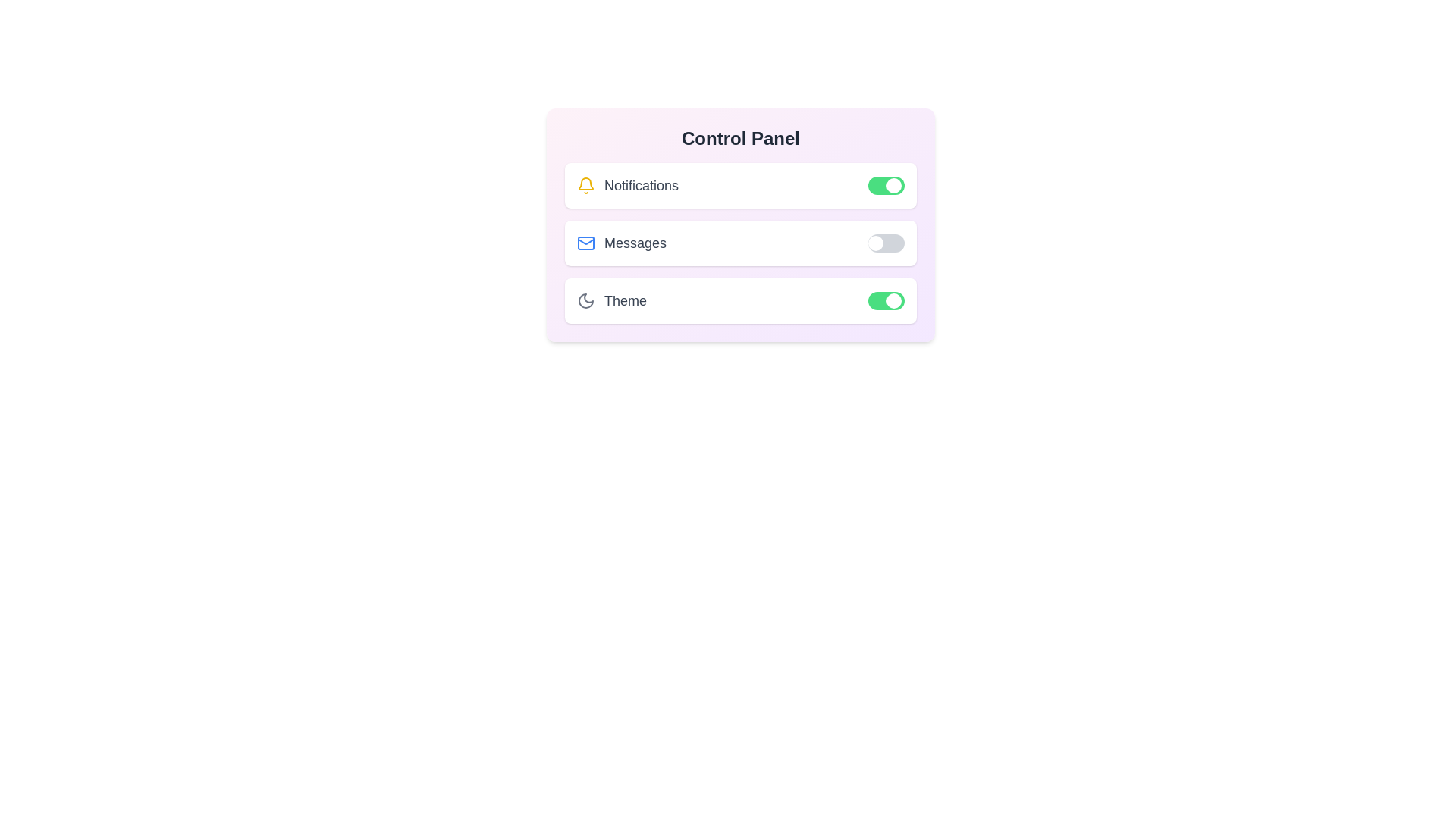 The image size is (1456, 819). I want to click on the toggle switch group element for the messaging feature located in the Control Panel, so click(741, 242).